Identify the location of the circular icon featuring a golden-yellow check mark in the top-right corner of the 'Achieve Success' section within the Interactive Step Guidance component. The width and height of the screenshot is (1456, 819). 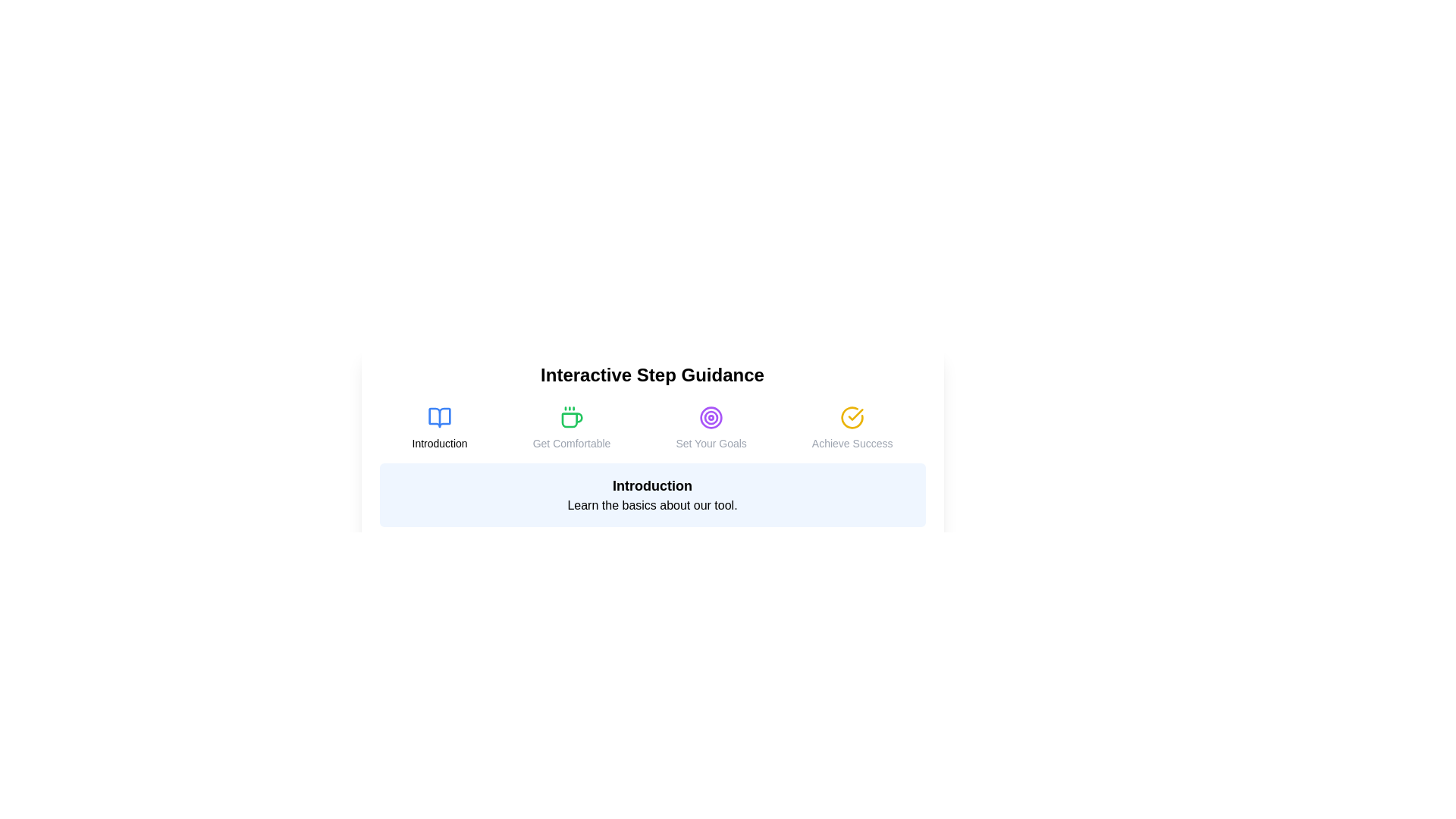
(852, 418).